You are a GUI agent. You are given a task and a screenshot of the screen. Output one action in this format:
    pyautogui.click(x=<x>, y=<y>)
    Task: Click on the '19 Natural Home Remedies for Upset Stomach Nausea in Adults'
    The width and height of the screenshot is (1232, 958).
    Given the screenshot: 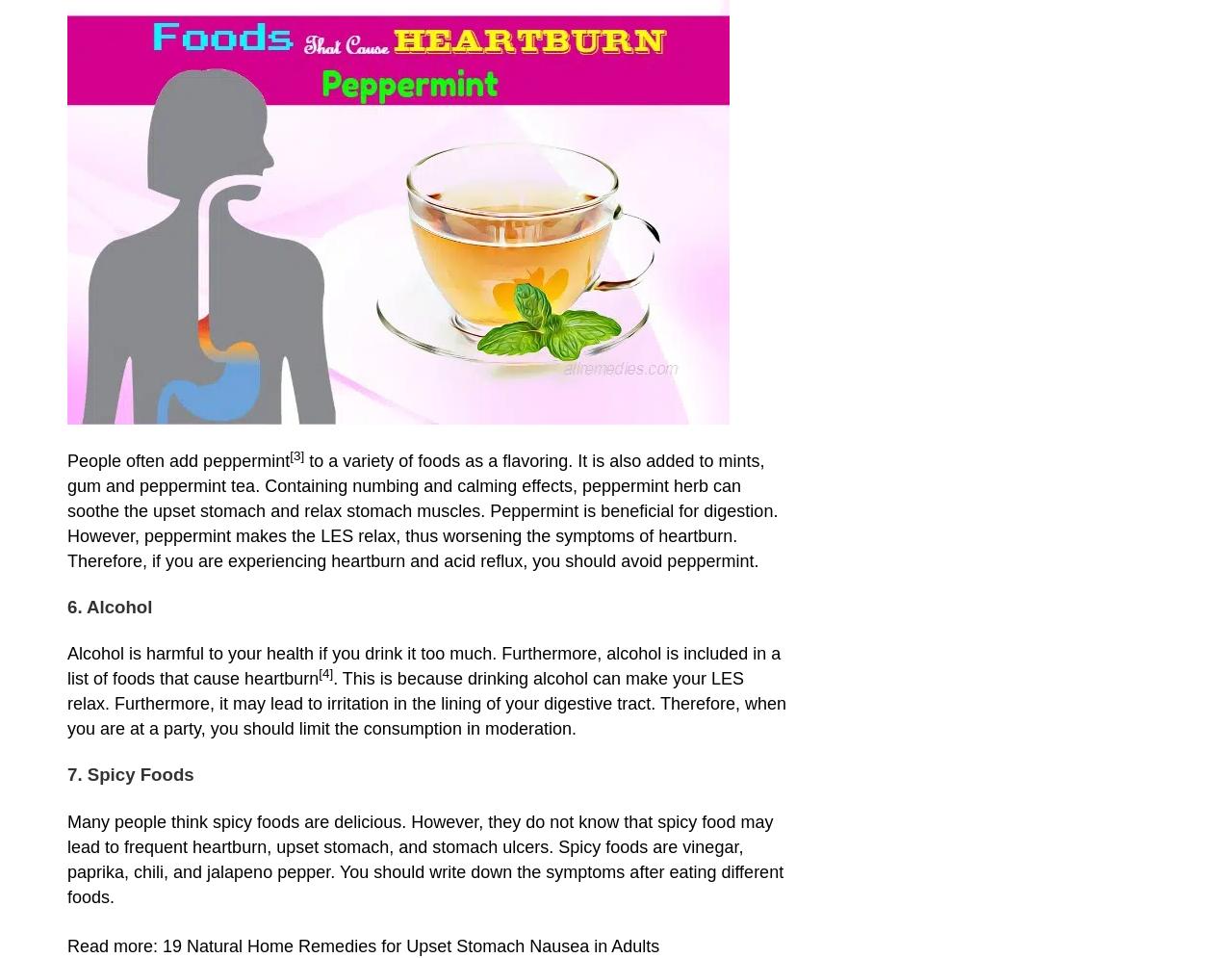 What is the action you would take?
    pyautogui.click(x=410, y=944)
    